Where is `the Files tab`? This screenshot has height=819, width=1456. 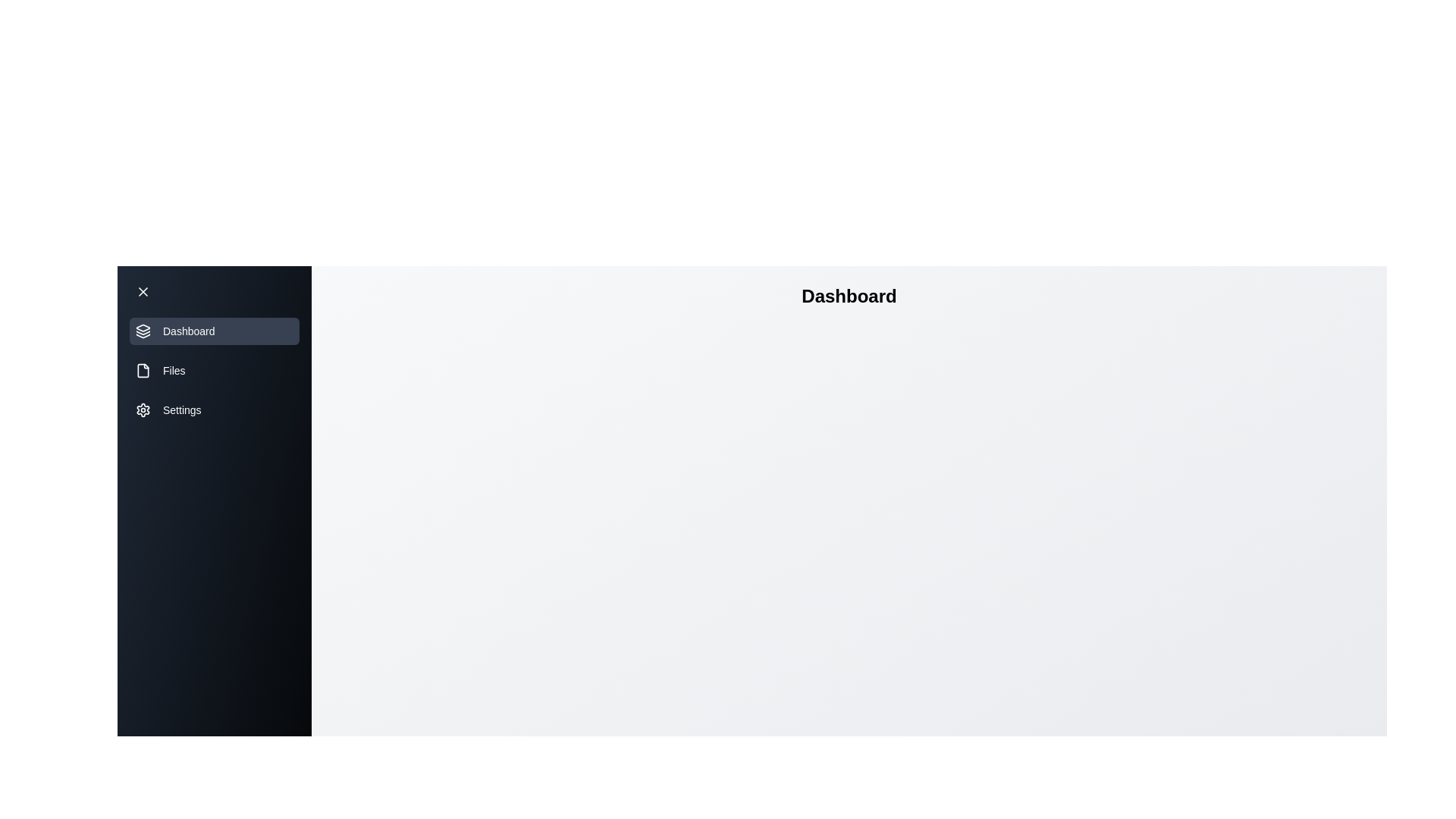 the Files tab is located at coordinates (214, 371).